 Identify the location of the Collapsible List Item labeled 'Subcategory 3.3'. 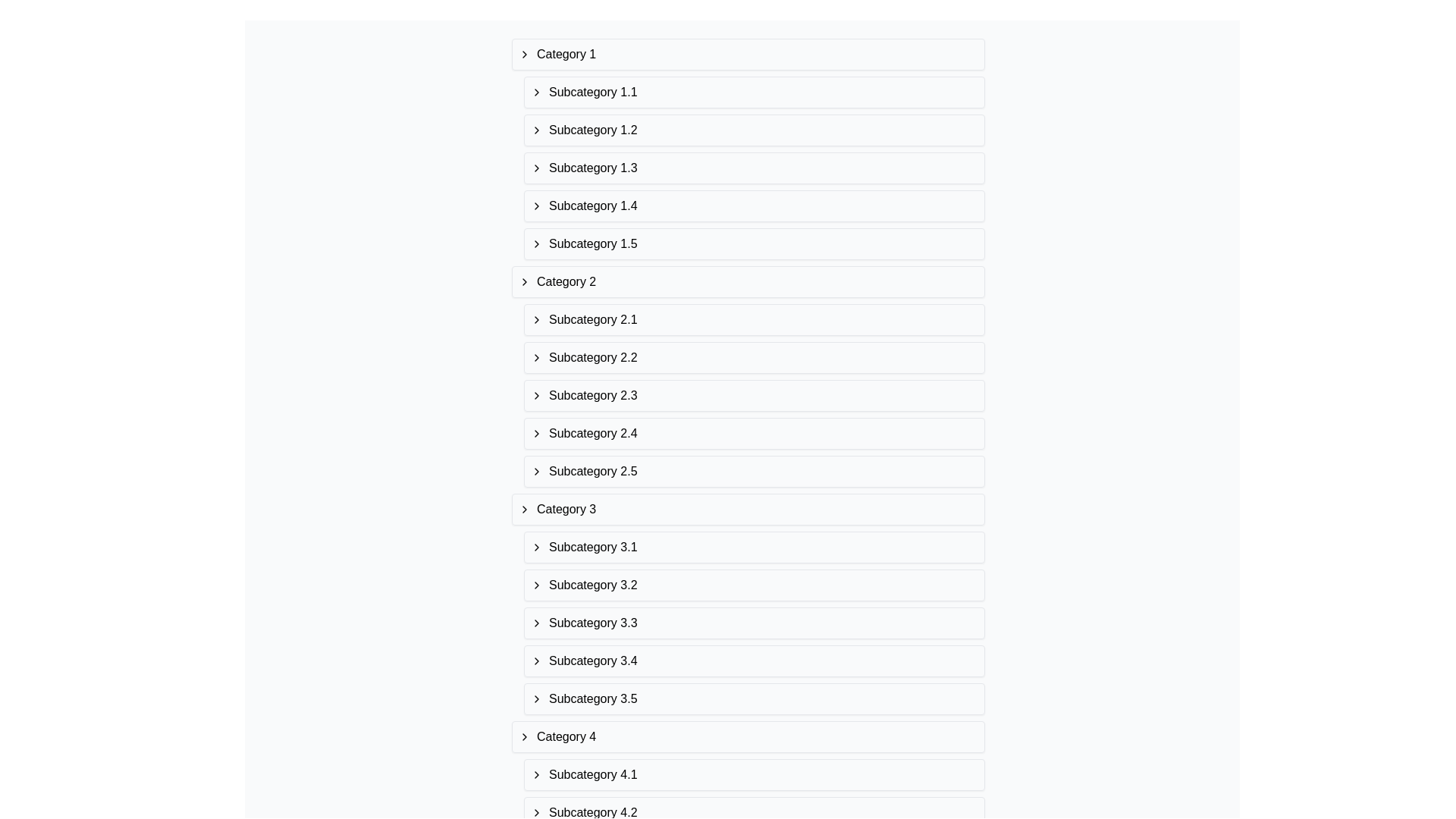
(754, 623).